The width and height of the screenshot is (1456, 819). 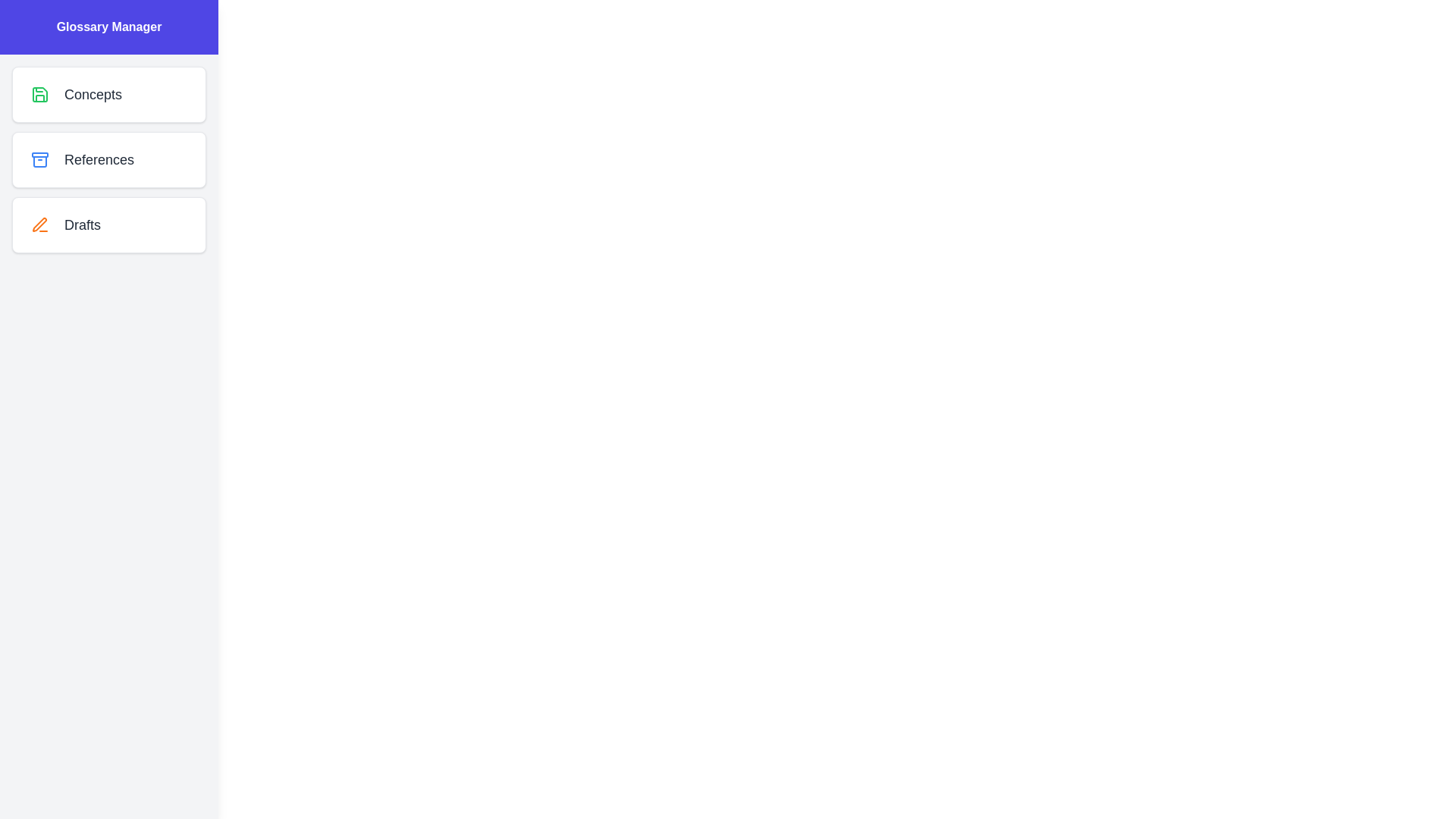 I want to click on the icon next to the References category, so click(x=39, y=160).